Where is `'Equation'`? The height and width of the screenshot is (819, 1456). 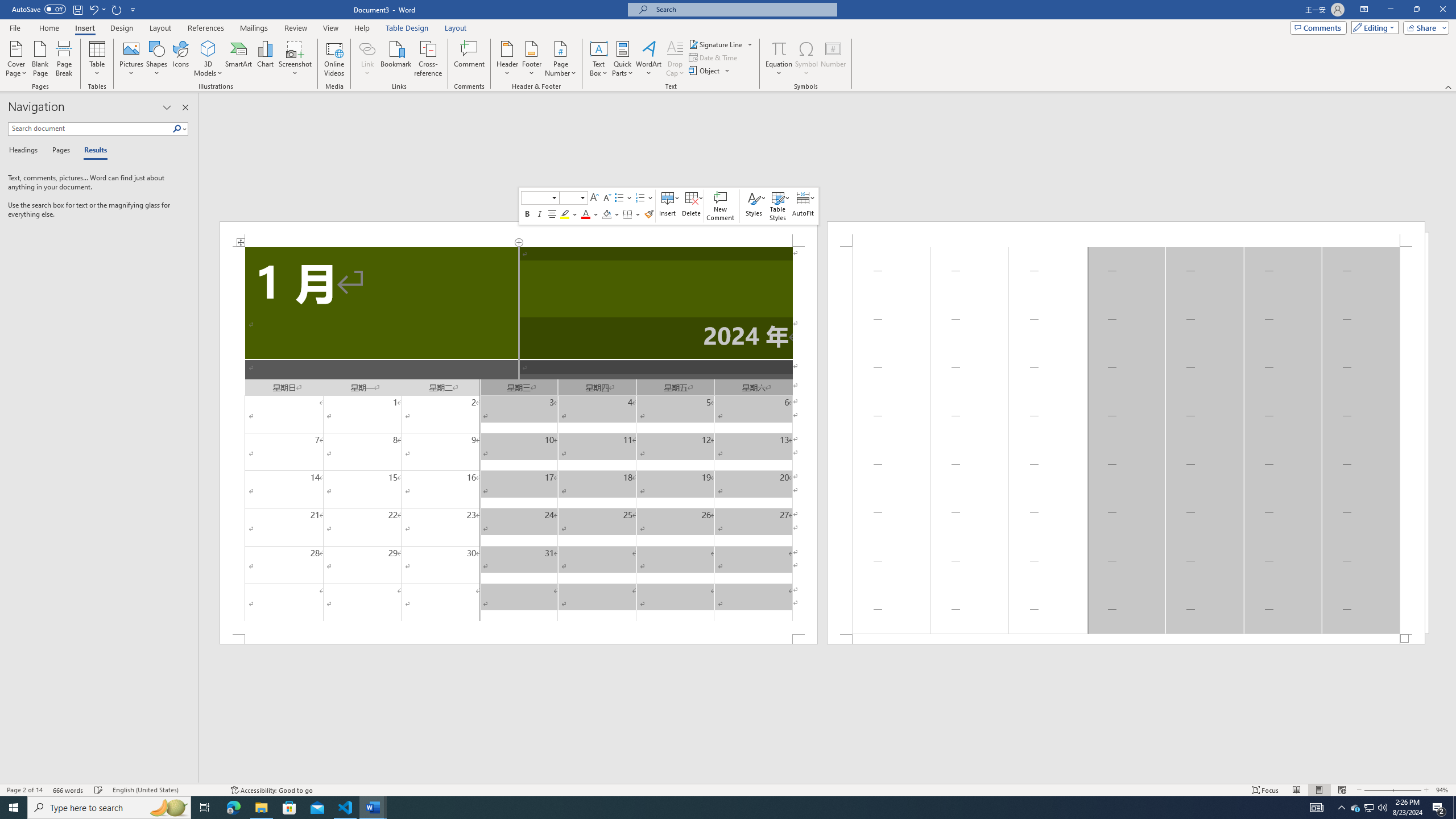 'Equation' is located at coordinates (779, 48).